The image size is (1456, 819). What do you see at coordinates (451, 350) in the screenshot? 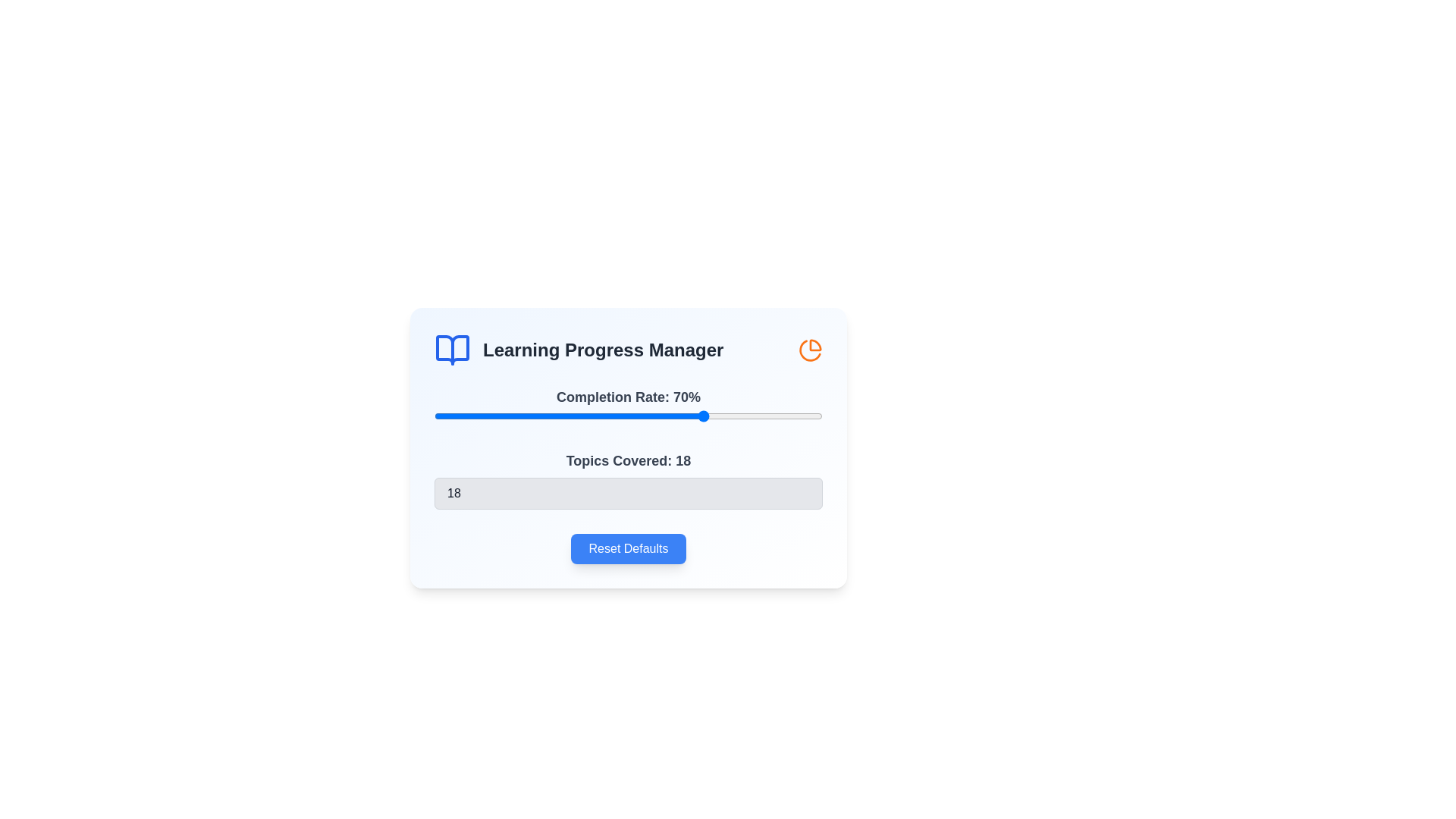
I see `the book icon in the header` at bounding box center [451, 350].